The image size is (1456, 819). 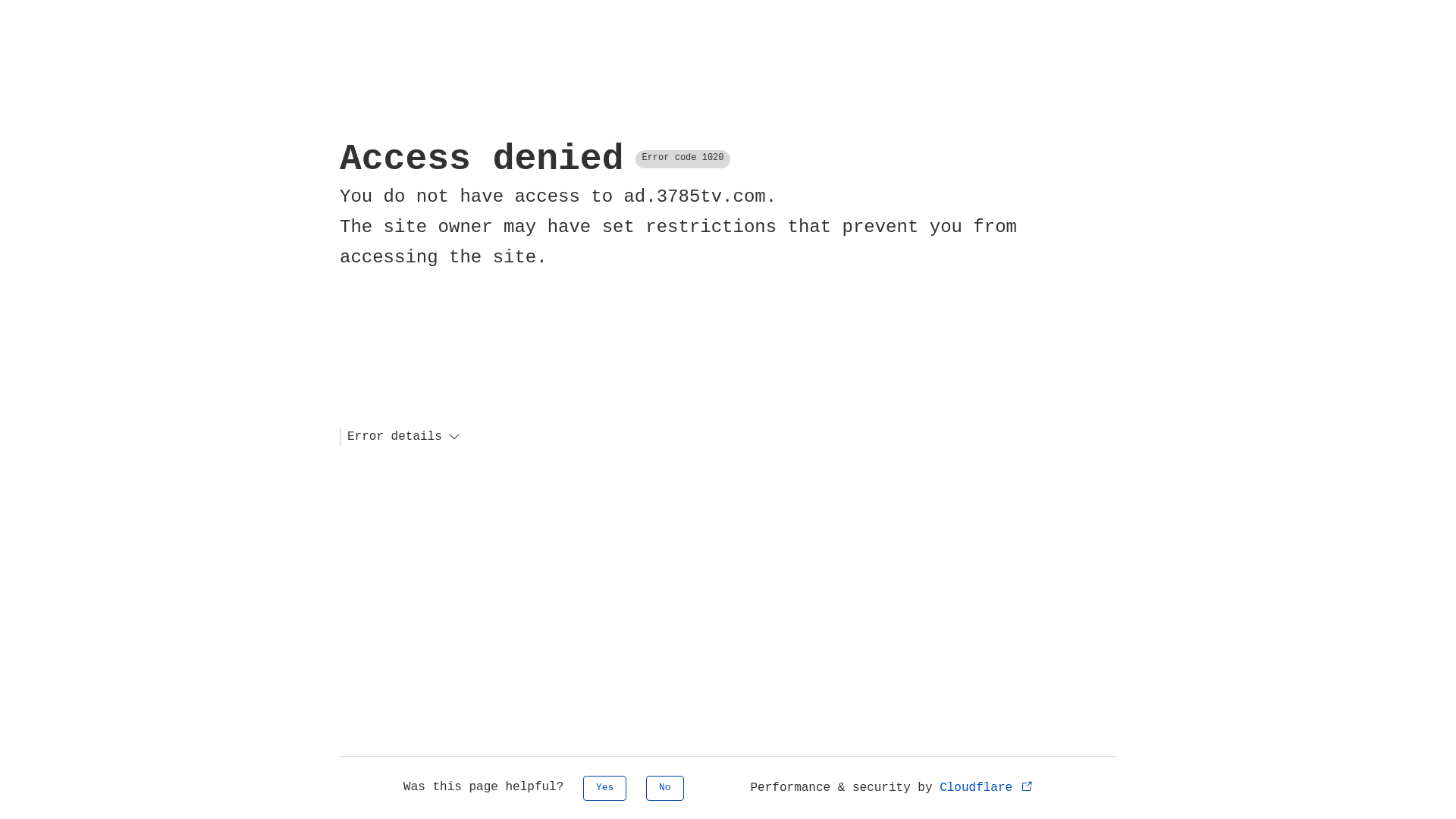 I want to click on 'Opens in new tab', so click(x=1027, y=785).